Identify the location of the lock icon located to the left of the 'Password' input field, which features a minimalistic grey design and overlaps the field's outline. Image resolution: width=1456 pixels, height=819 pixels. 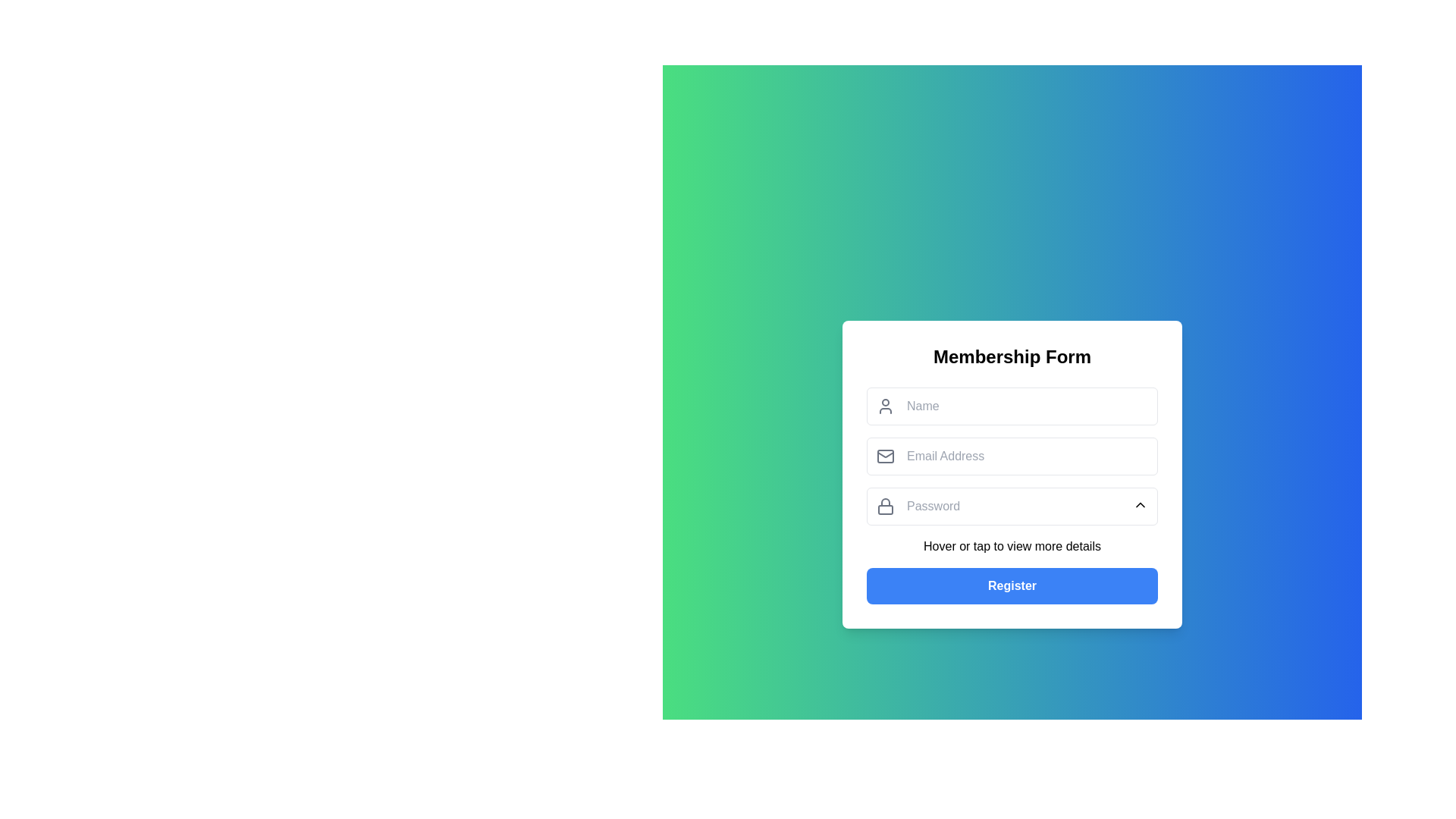
(885, 506).